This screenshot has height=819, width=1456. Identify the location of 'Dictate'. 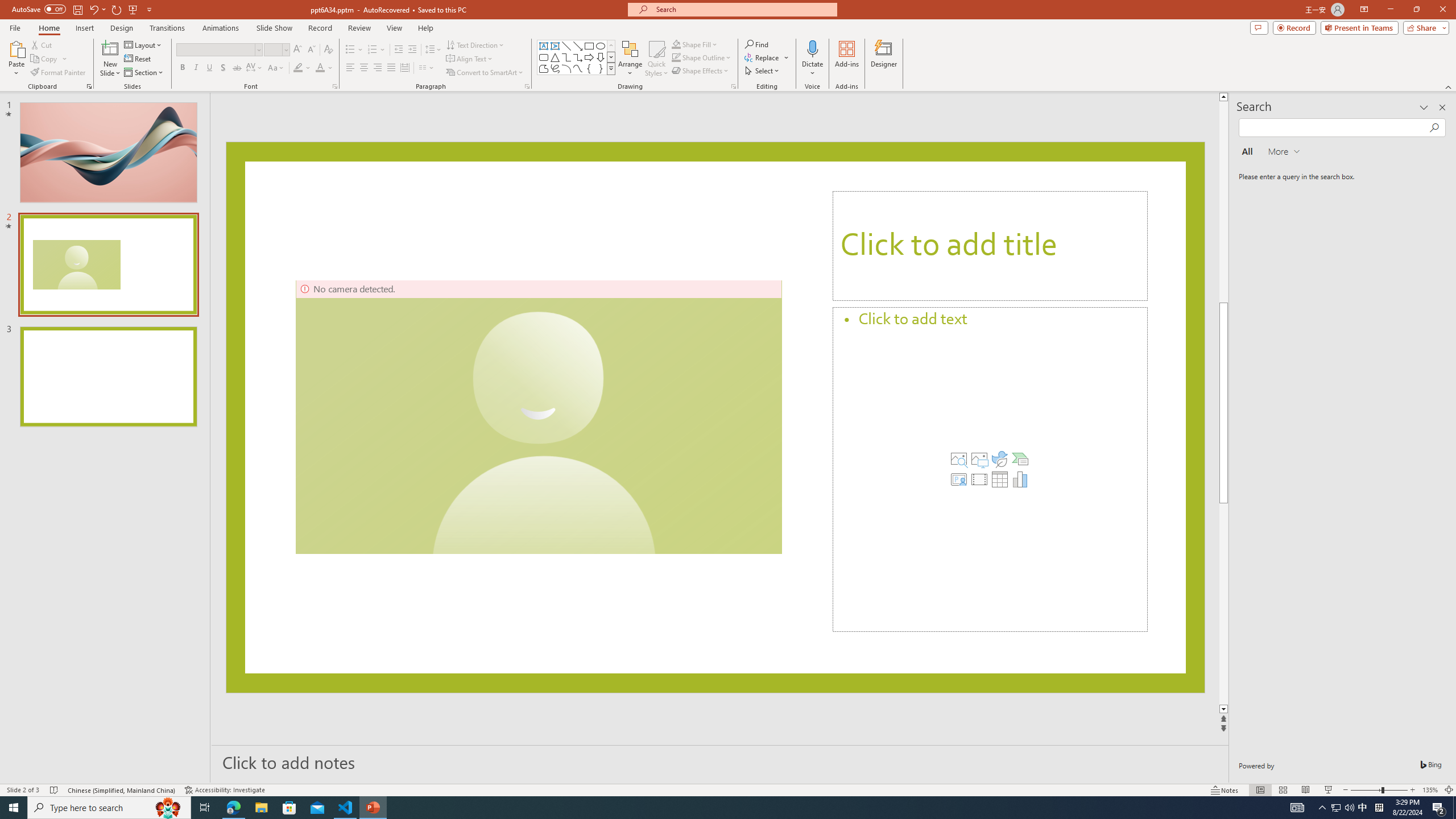
(812, 48).